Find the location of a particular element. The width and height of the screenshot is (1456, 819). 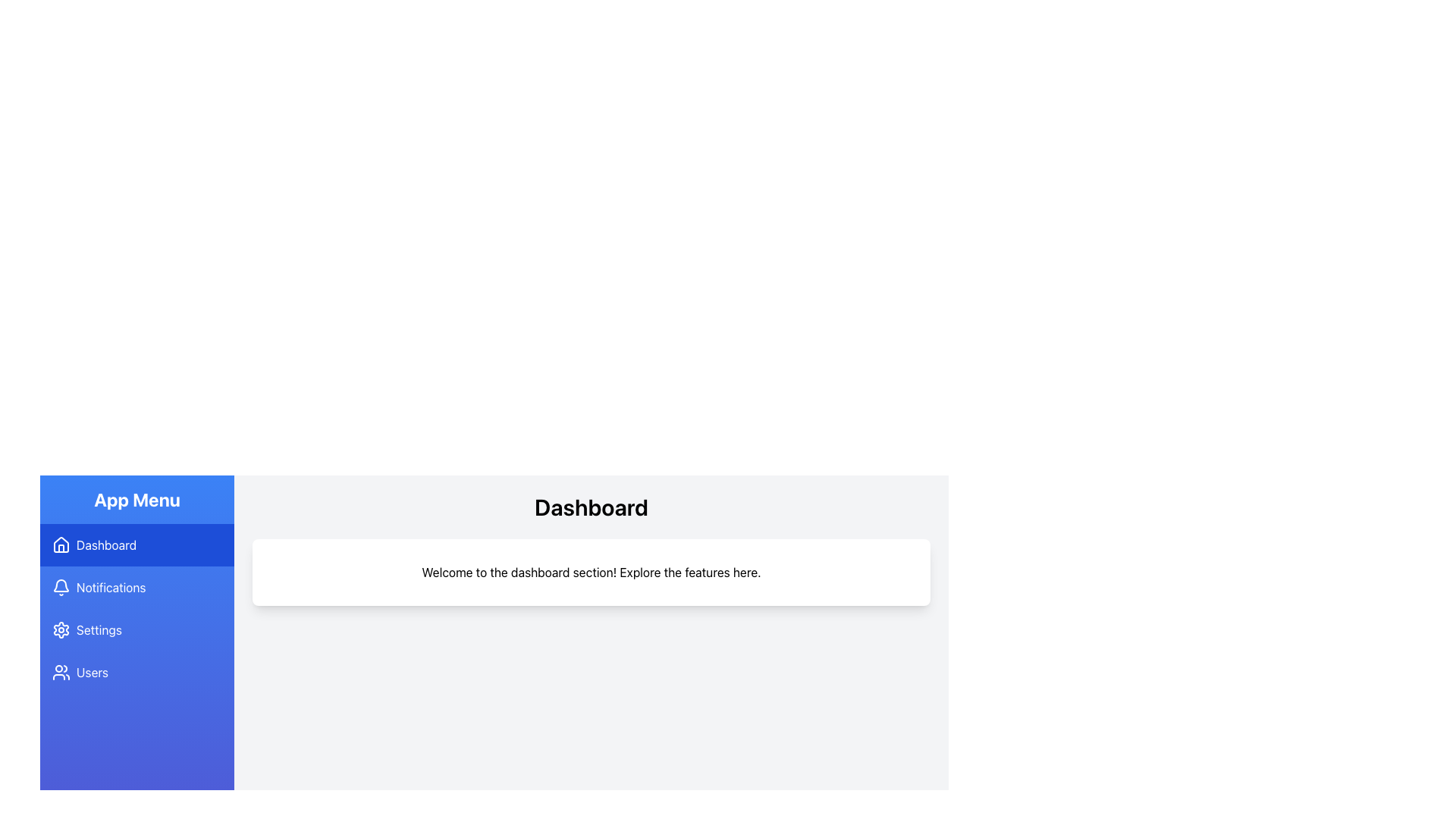

the 'Users' menu entry in the navigation menu, which is the fourth item is located at coordinates (137, 672).